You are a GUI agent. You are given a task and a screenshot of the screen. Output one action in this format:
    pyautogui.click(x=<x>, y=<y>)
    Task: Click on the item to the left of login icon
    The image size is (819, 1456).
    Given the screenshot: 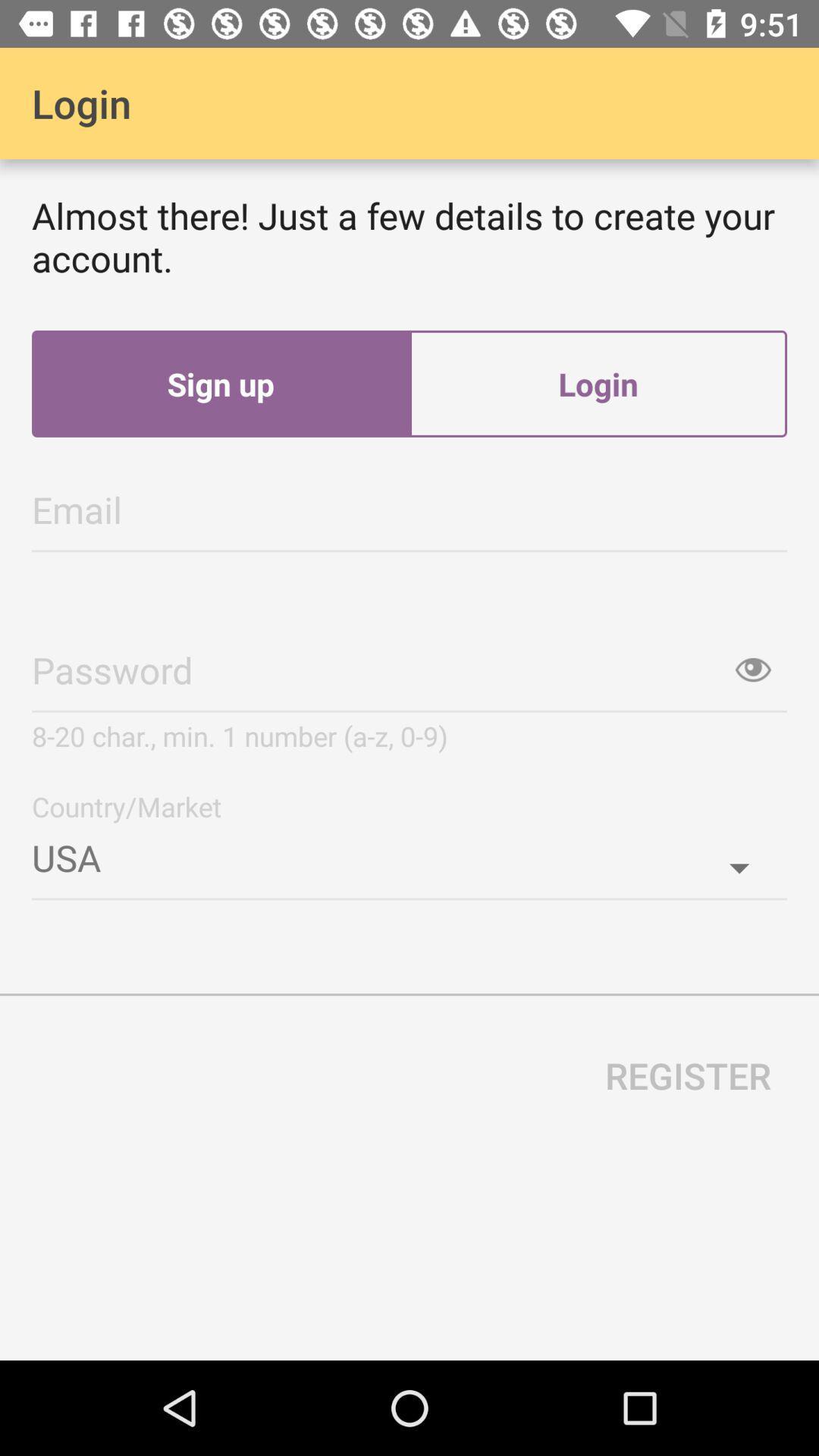 What is the action you would take?
    pyautogui.click(x=220, y=384)
    